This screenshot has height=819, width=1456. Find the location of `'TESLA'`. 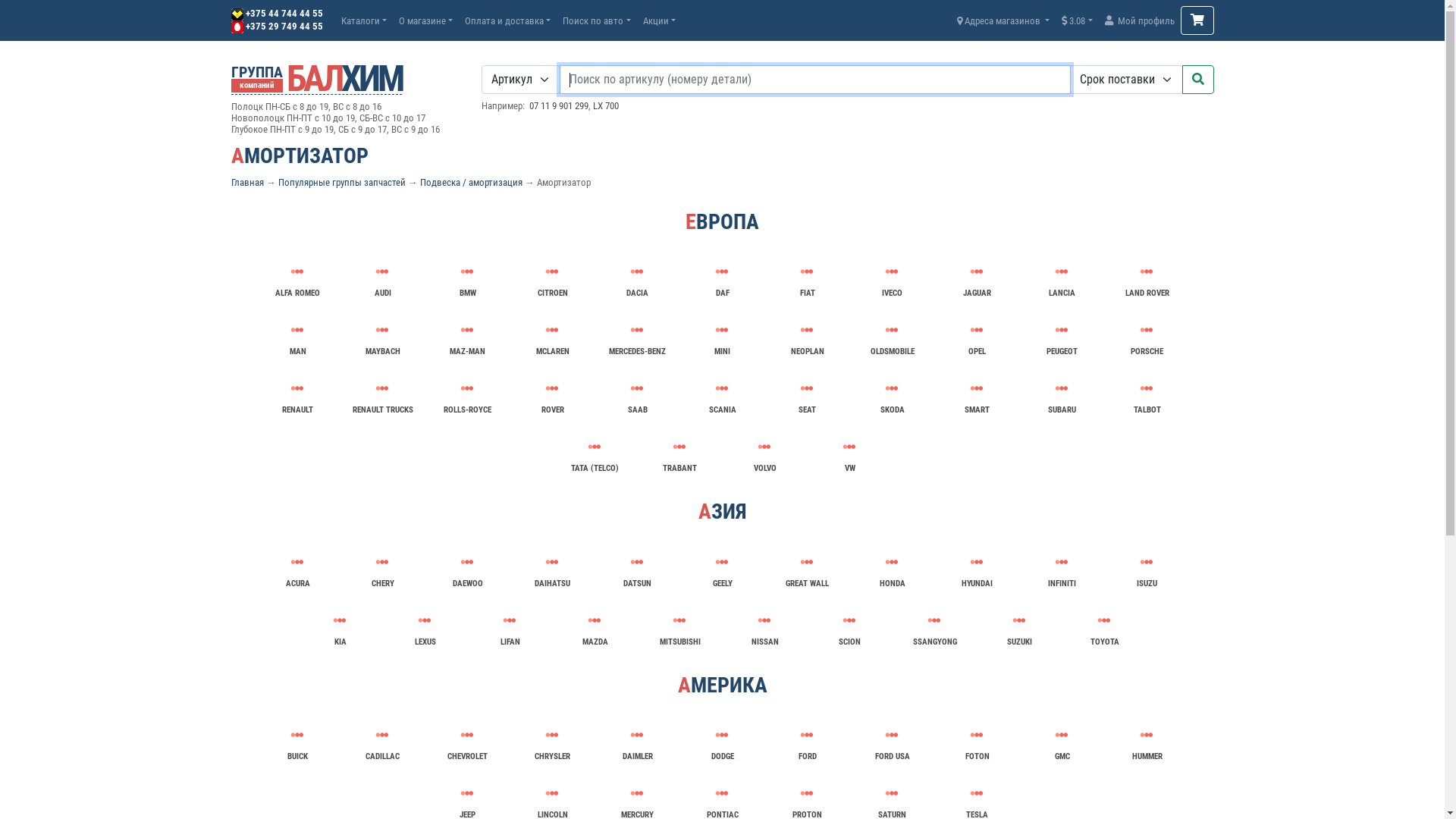

'TESLA' is located at coordinates (976, 792).